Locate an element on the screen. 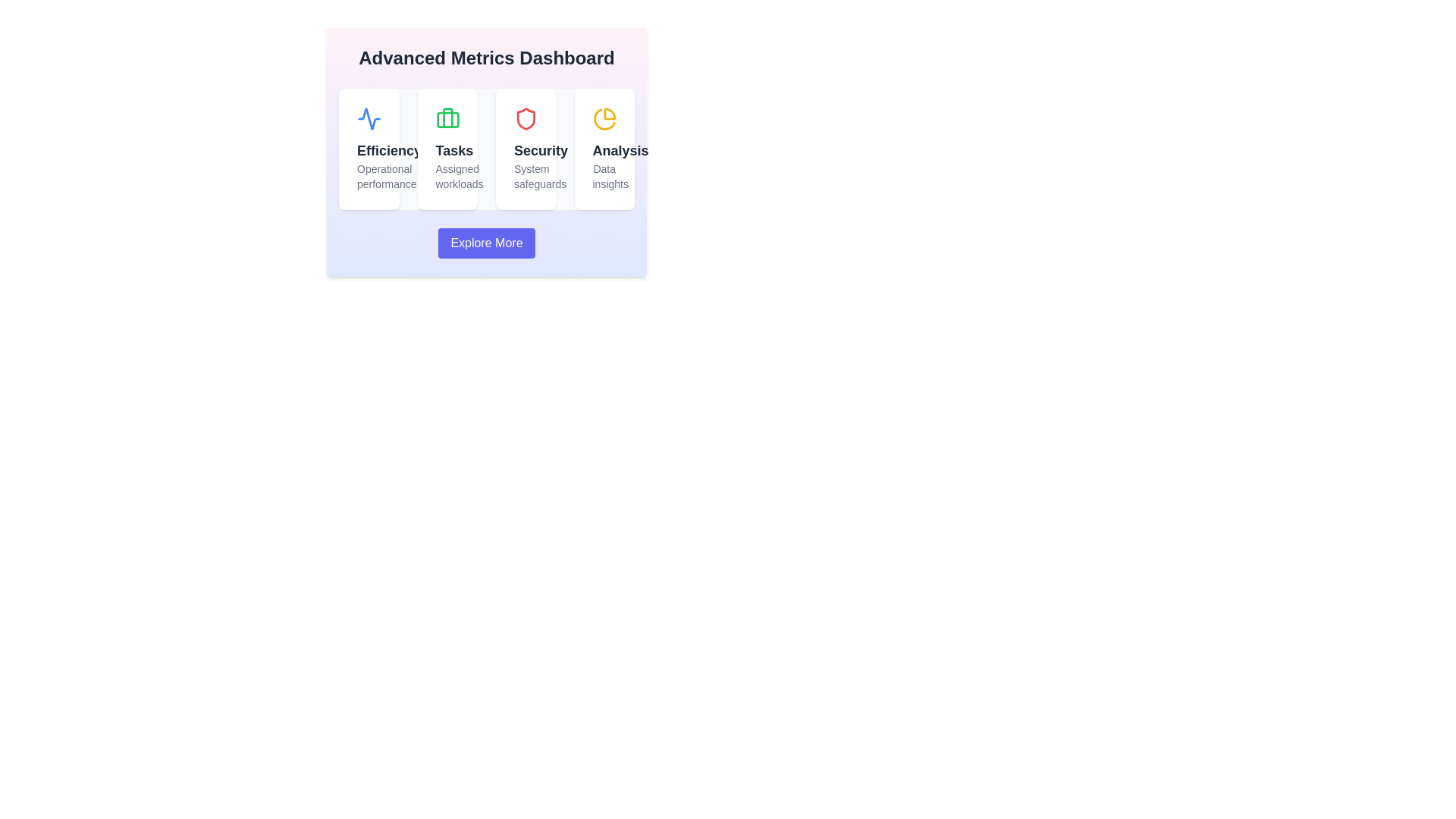 The height and width of the screenshot is (819, 1456). the security icon located in the third position of the horizontal card array in the Advanced Metrics Dashboard is located at coordinates (526, 118).